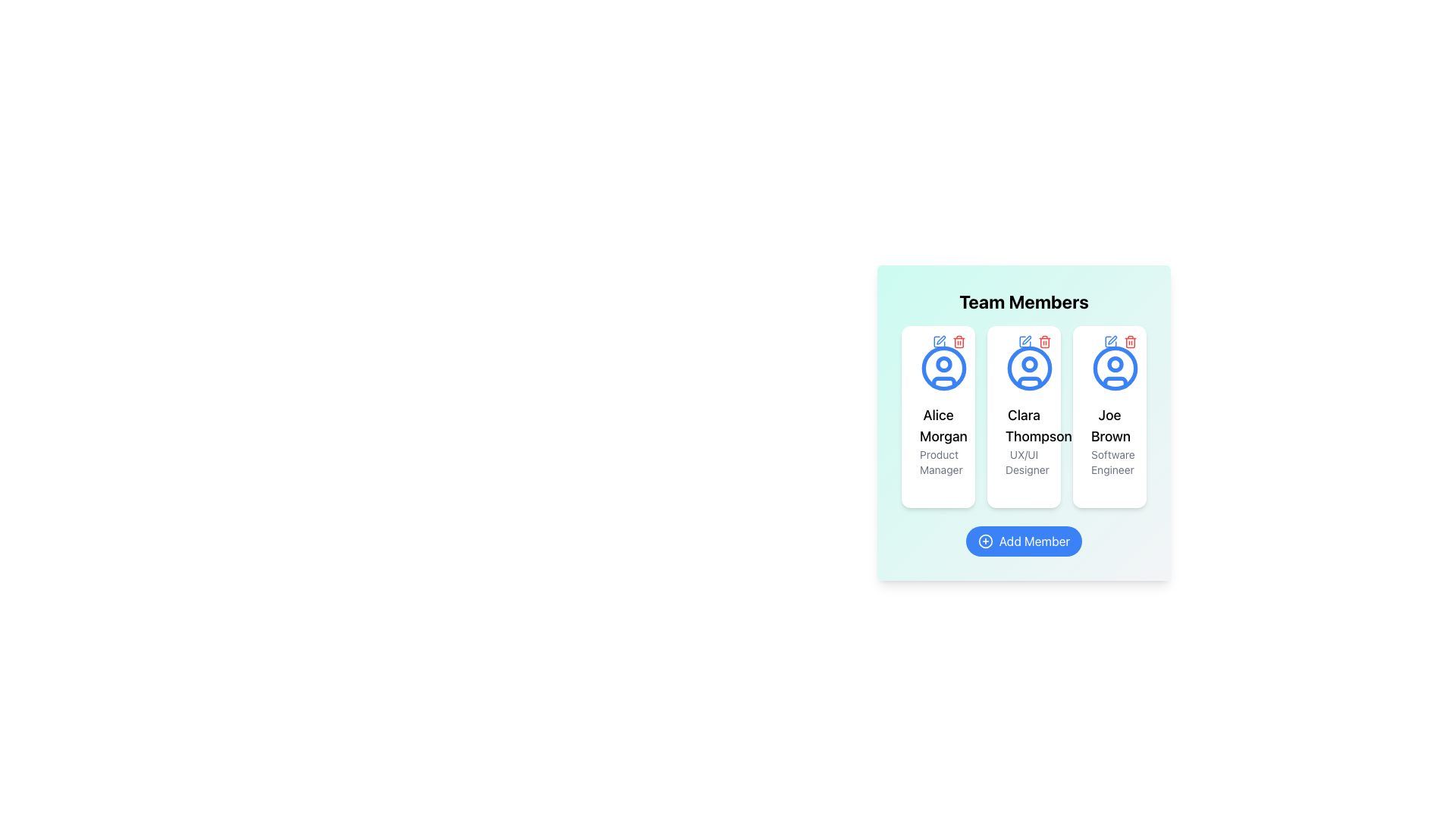 The image size is (1456, 819). Describe the element at coordinates (1112, 338) in the screenshot. I see `the pen-shaped icon located in the top-right region of the user information card to initiate editing the user information` at that location.